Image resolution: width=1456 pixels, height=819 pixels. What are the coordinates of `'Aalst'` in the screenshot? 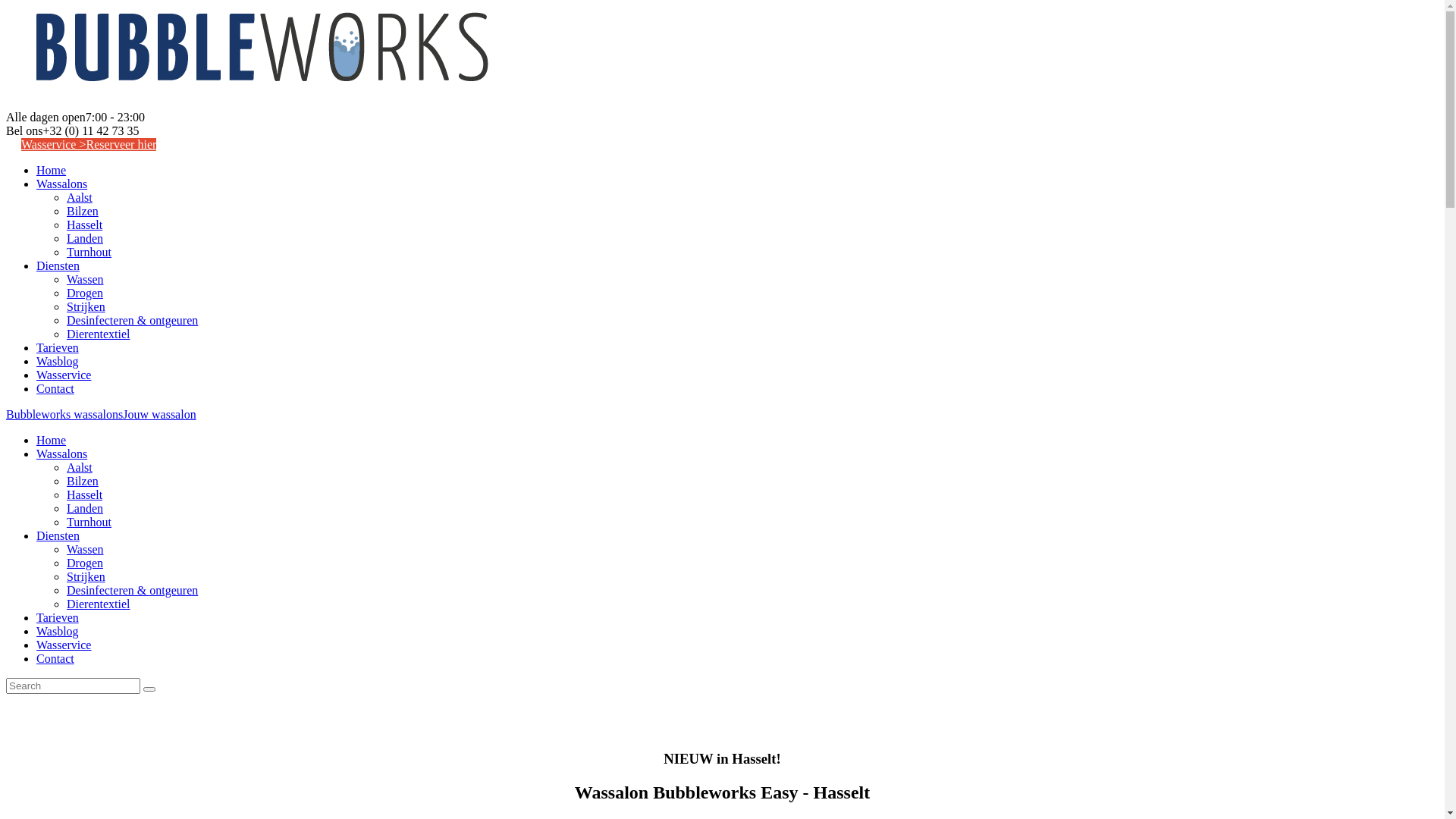 It's located at (79, 196).